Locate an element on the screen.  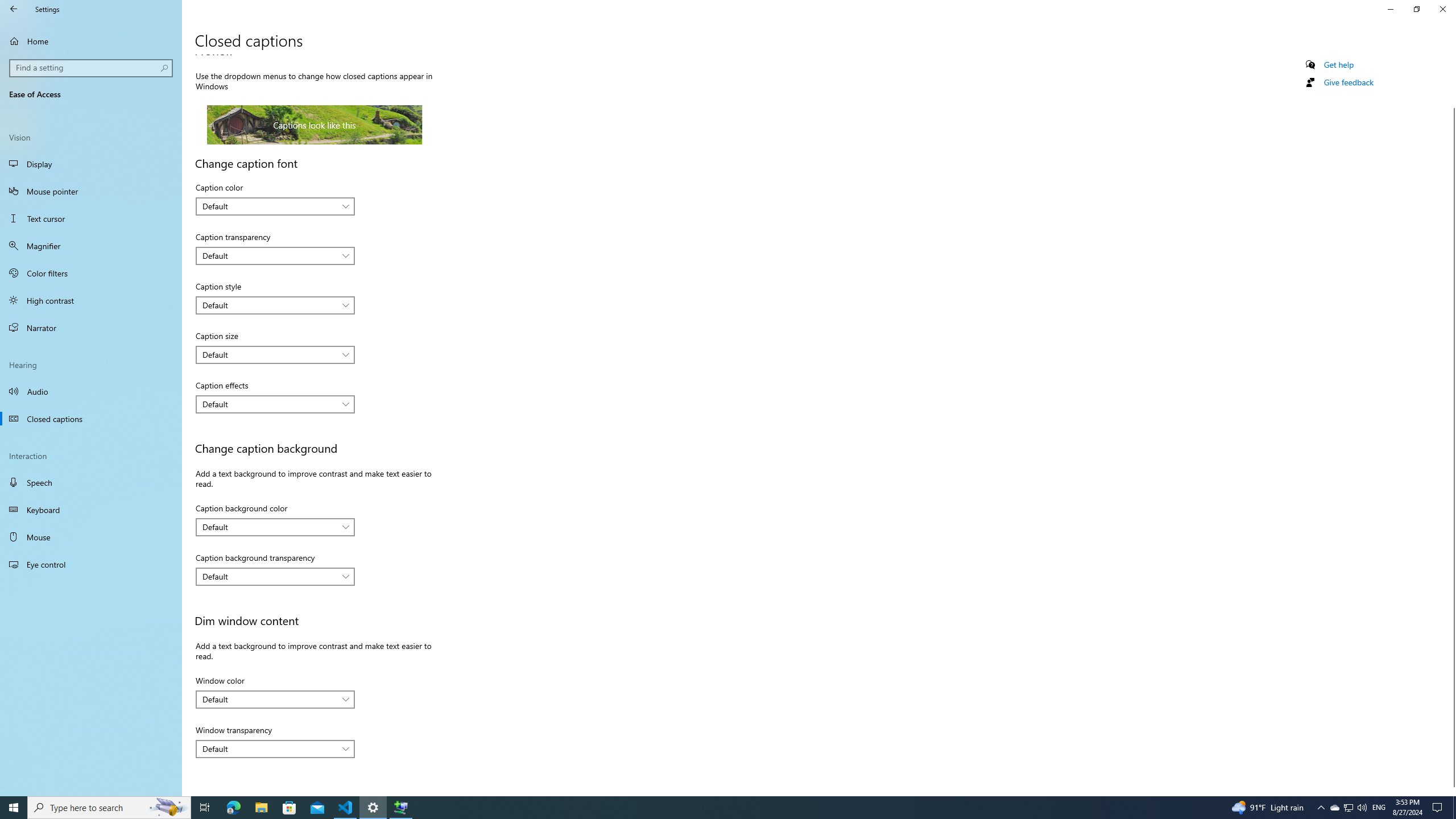
'Caption background transparency' is located at coordinates (274, 576).